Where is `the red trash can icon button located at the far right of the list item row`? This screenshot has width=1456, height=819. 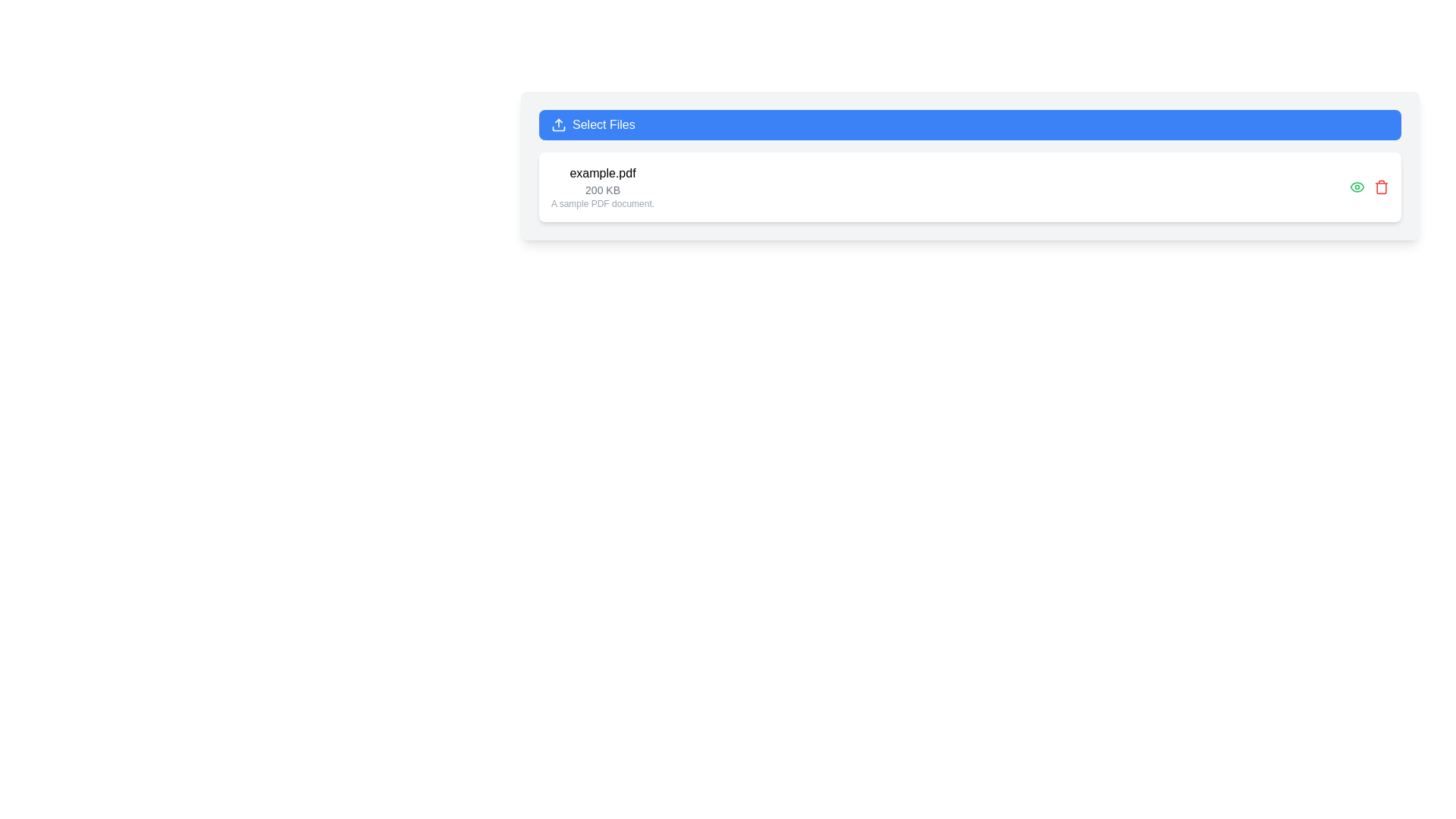 the red trash can icon button located at the far right of the list item row is located at coordinates (1382, 187).